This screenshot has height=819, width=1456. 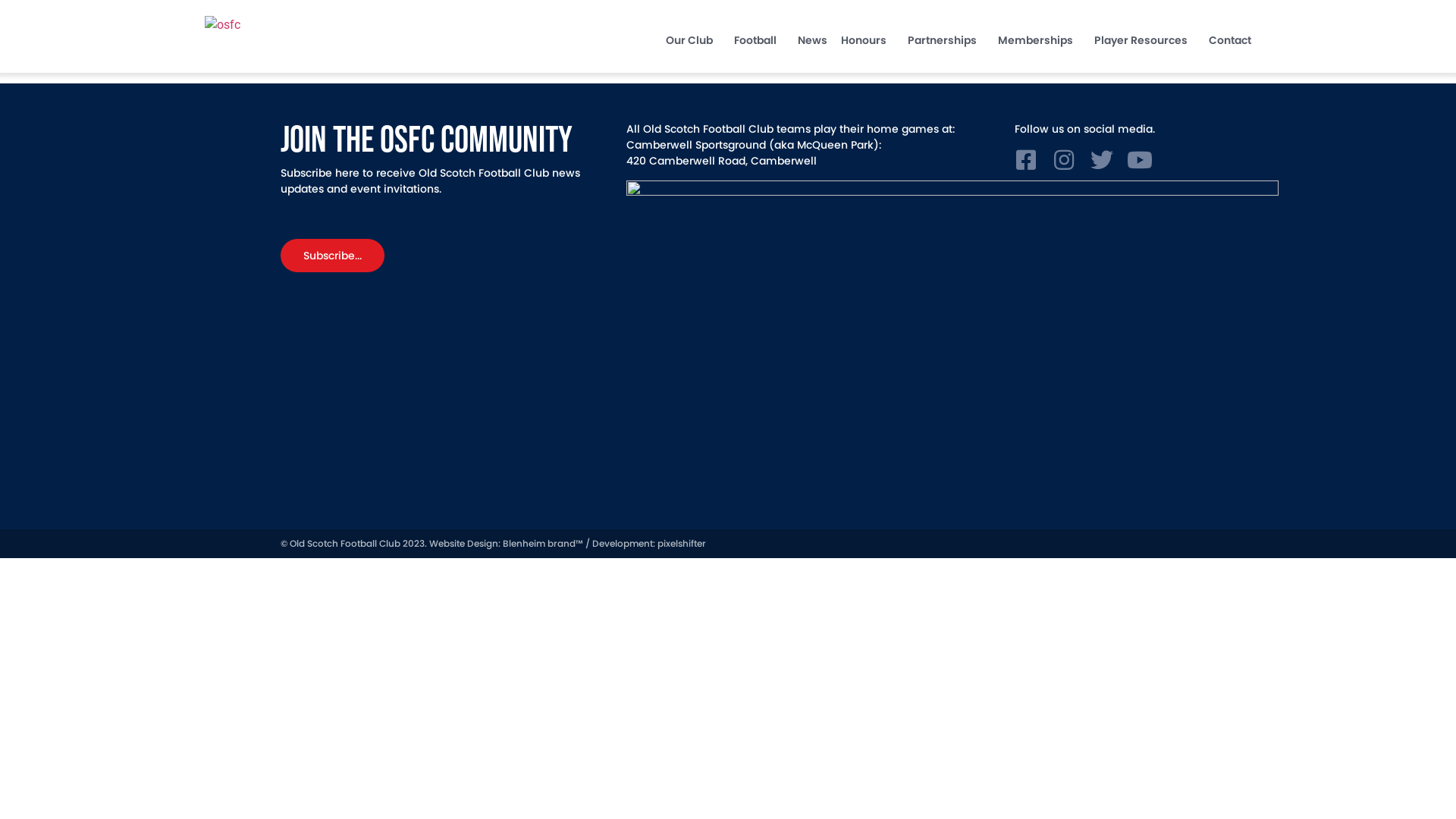 I want to click on 'Player Resources', so click(x=1144, y=39).